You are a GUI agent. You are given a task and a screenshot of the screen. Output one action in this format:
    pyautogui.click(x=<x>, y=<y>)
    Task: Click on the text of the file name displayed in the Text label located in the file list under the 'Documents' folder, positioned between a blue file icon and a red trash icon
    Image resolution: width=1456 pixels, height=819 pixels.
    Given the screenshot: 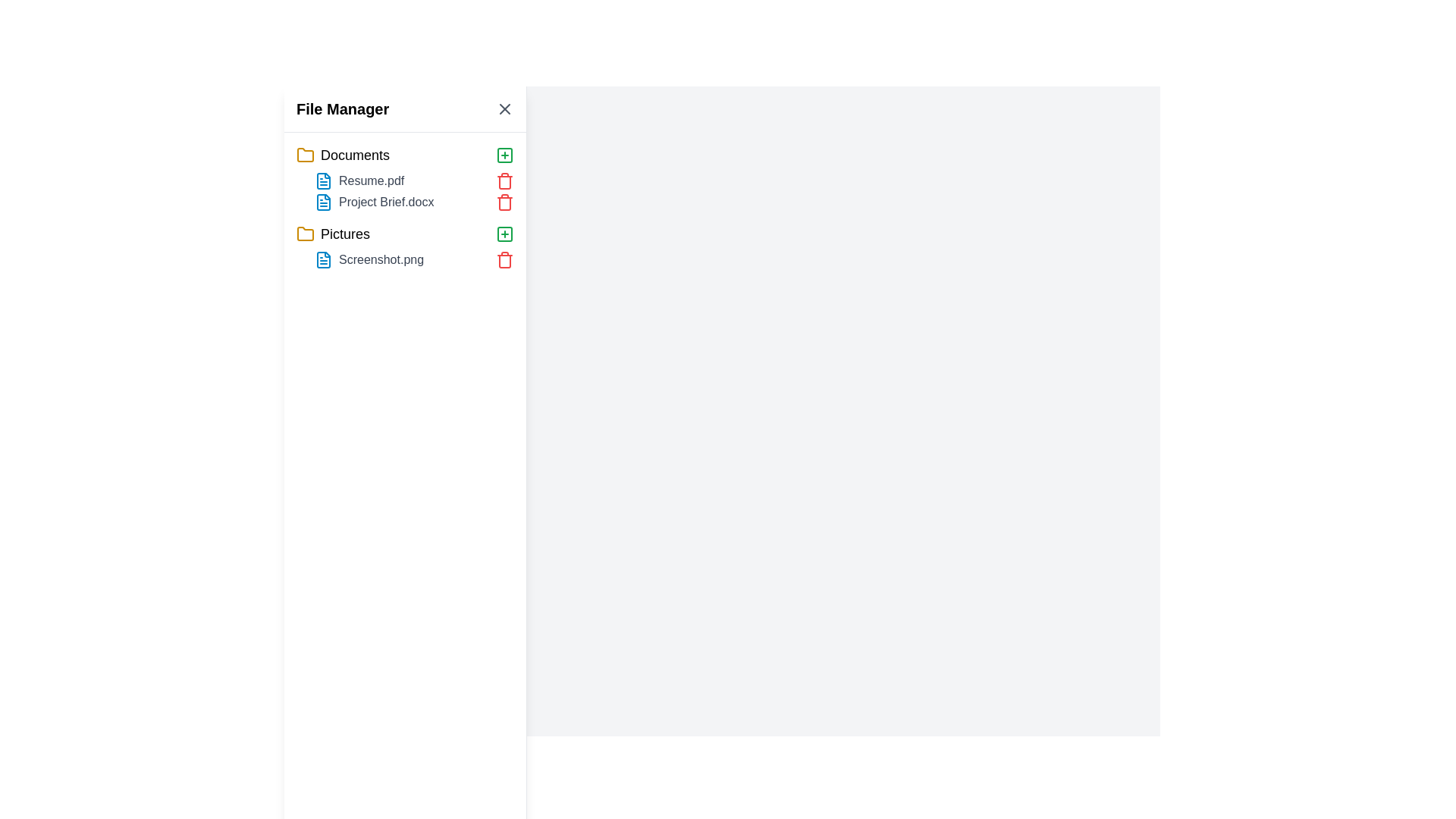 What is the action you would take?
    pyautogui.click(x=372, y=180)
    